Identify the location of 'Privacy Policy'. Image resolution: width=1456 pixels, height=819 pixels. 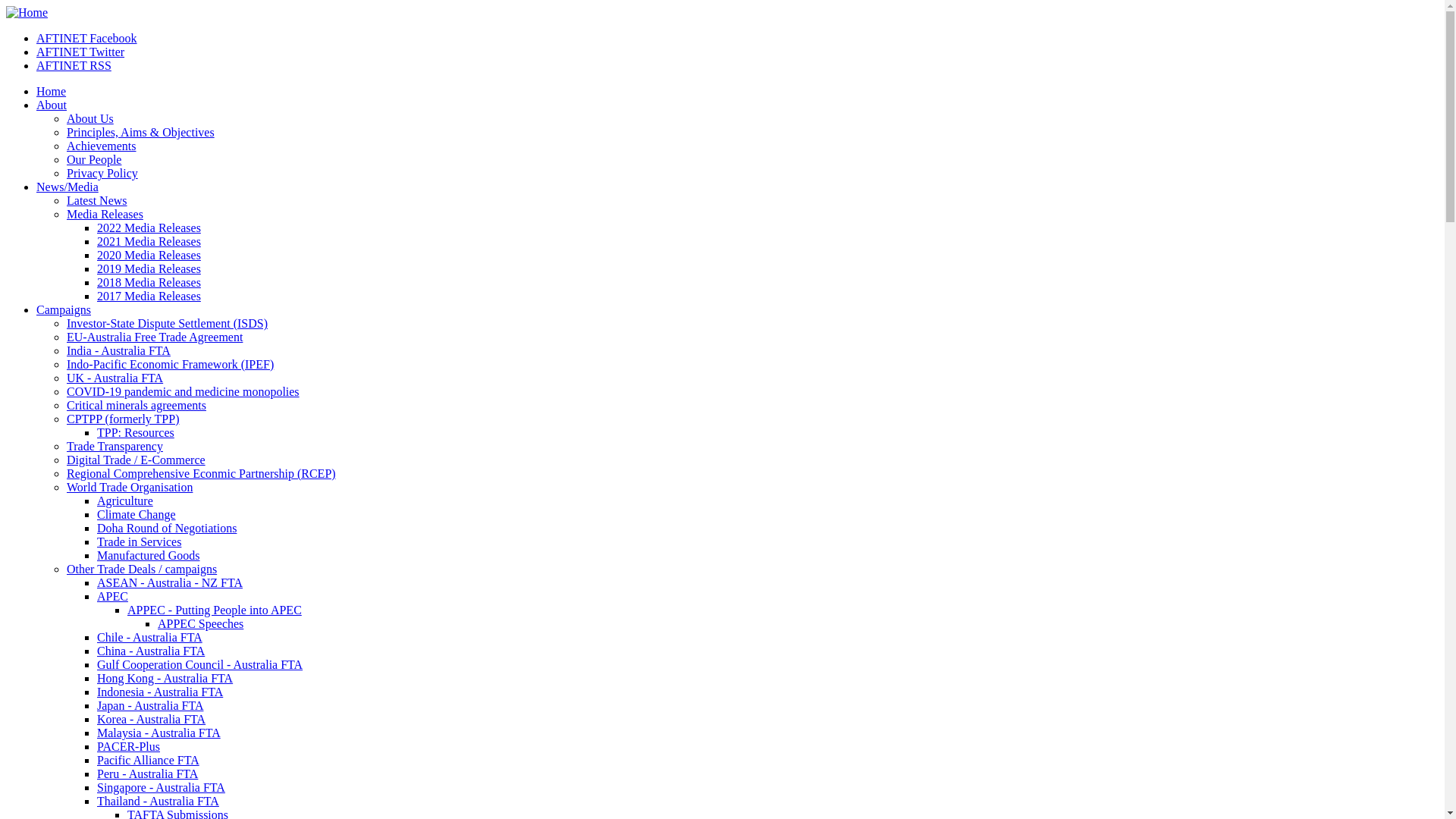
(101, 172).